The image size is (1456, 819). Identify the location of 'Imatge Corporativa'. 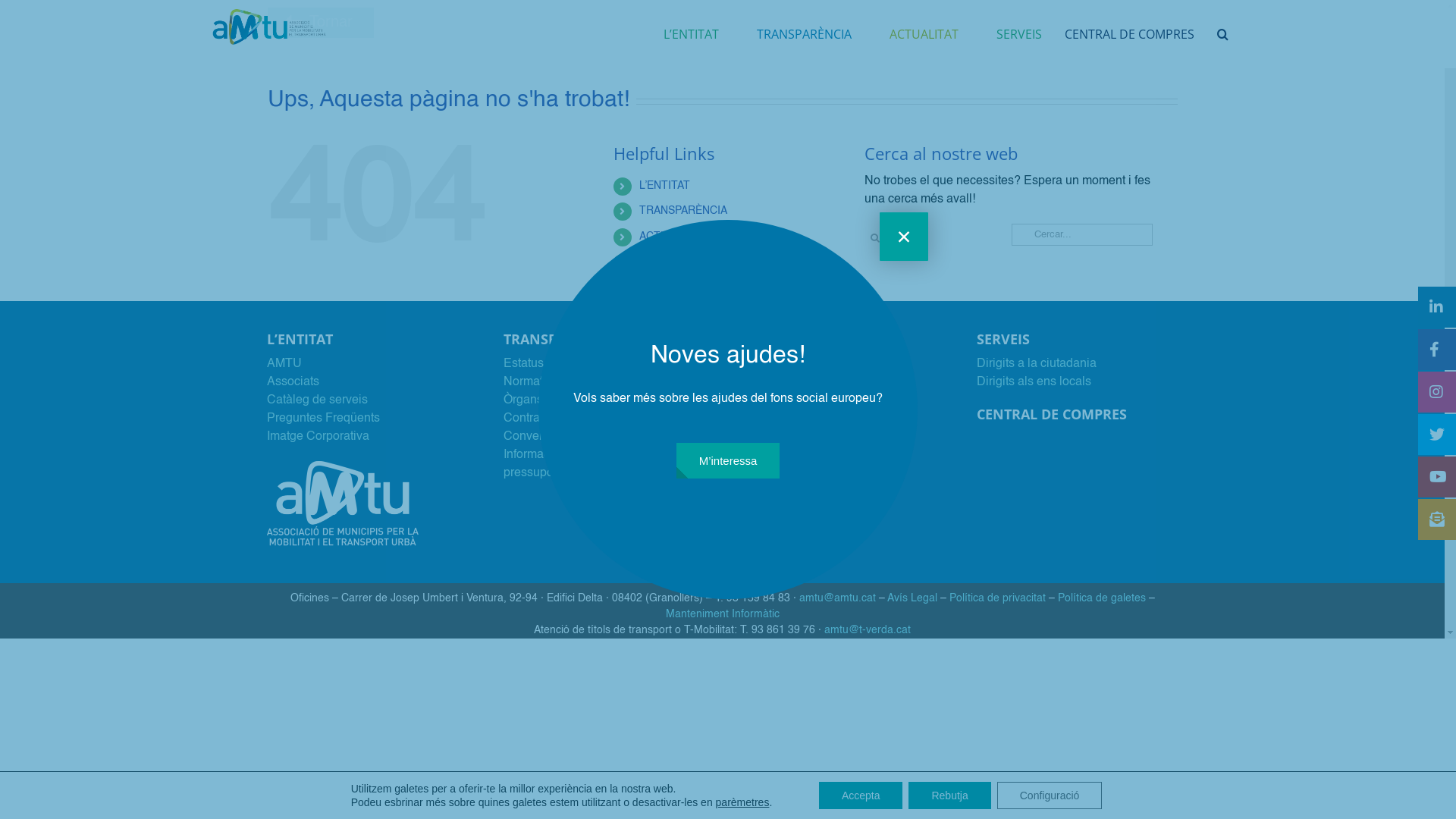
(317, 436).